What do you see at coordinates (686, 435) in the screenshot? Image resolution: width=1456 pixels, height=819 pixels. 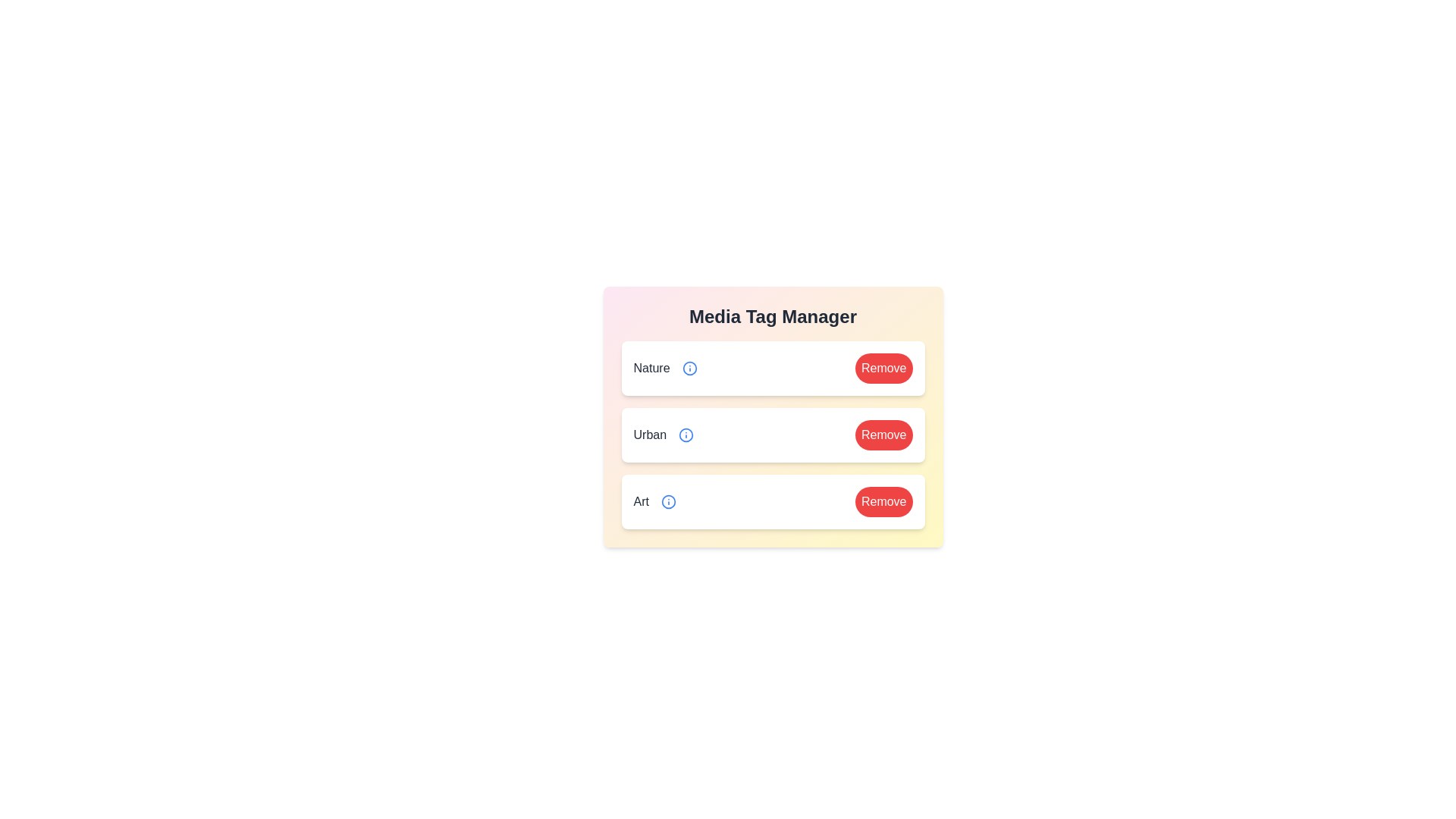 I see `the info icon for the tag Urban` at bounding box center [686, 435].